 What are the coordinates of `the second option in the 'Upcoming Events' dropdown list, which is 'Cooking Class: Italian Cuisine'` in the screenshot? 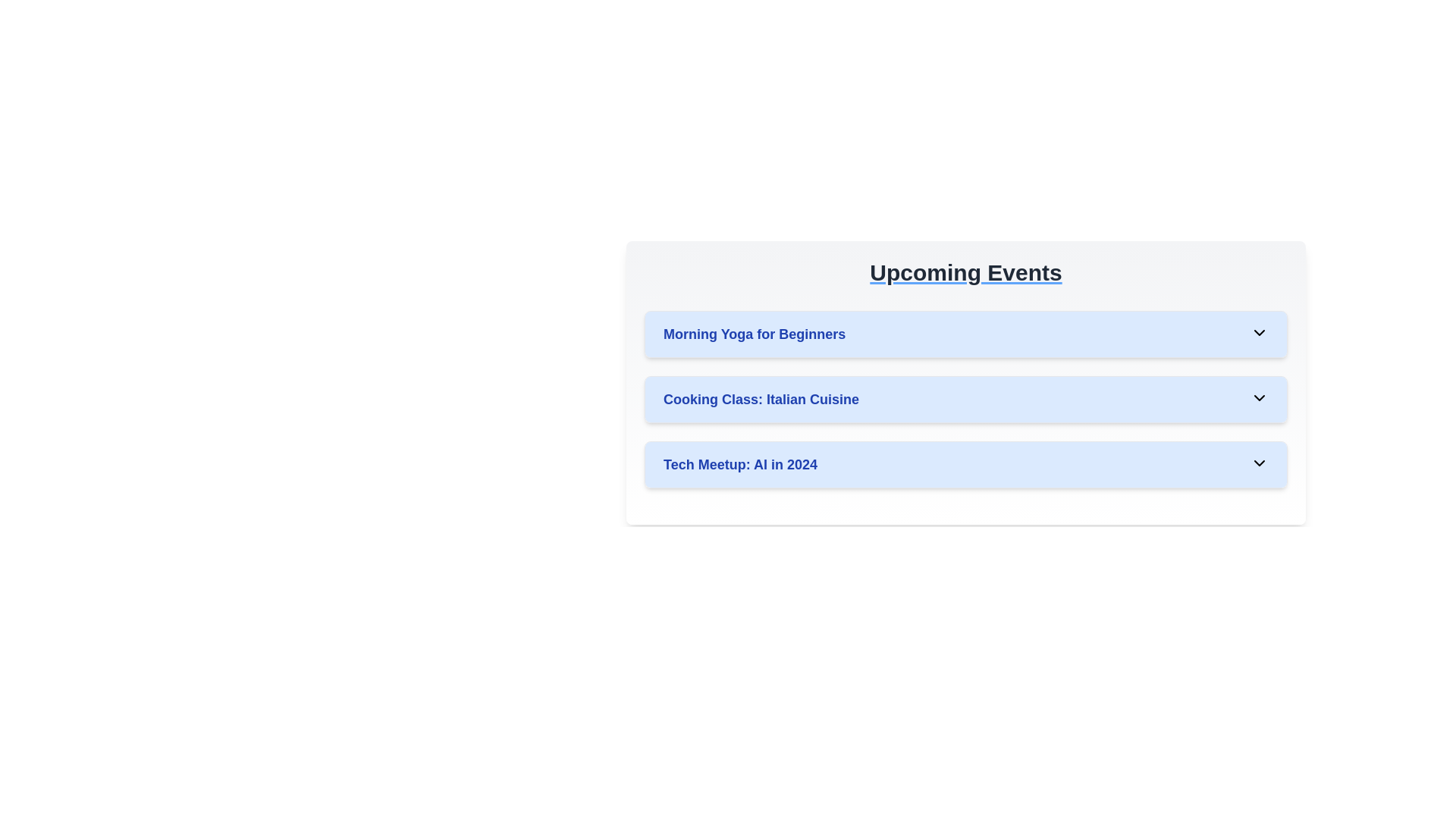 It's located at (965, 382).